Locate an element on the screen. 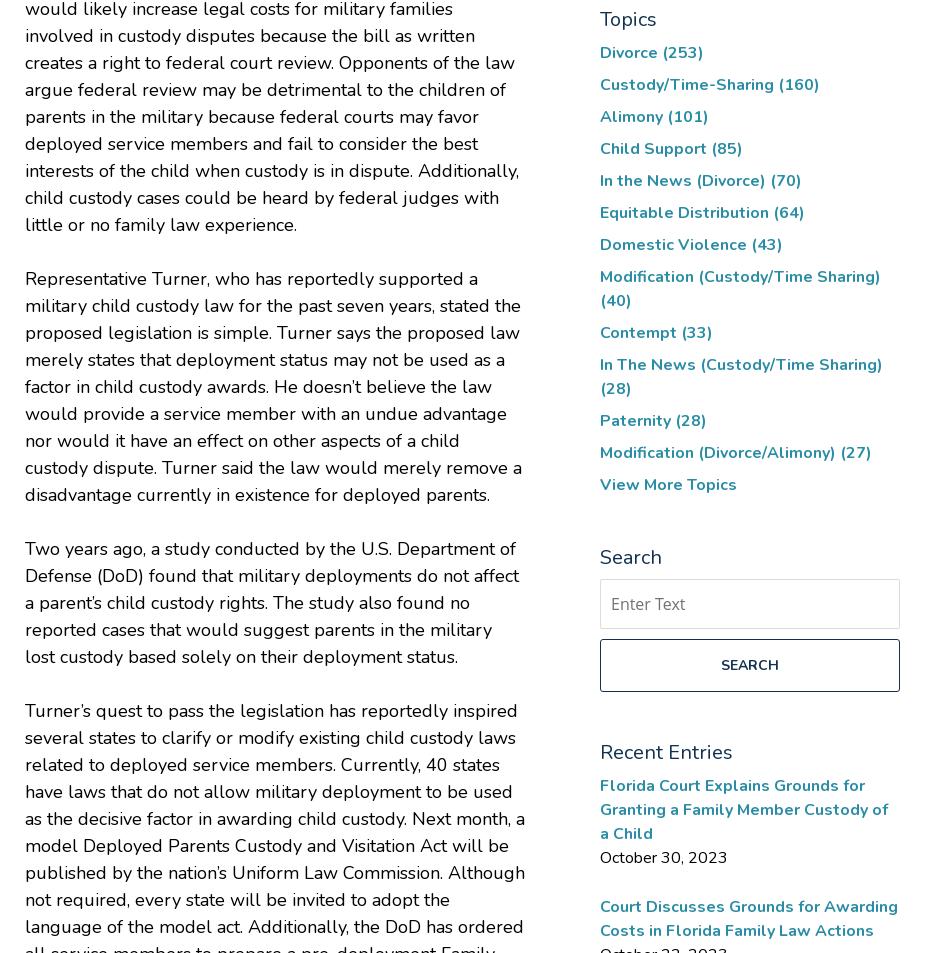 The image size is (950, 953). 'Representative Turner, who has reportedly supported a military child custody law for the past seven years, stated the proposed legislation is simple.  Turner says the proposed law merely states that deployment status may not be used as a factor in child custody awards.  He doesn’t believe the law would provide a service member with an undue advantage nor would it have an effect on other aspects of a child custody dispute.  Turner said the law would merely remove a disadvantage currently in existence for deployed parents.' is located at coordinates (272, 384).